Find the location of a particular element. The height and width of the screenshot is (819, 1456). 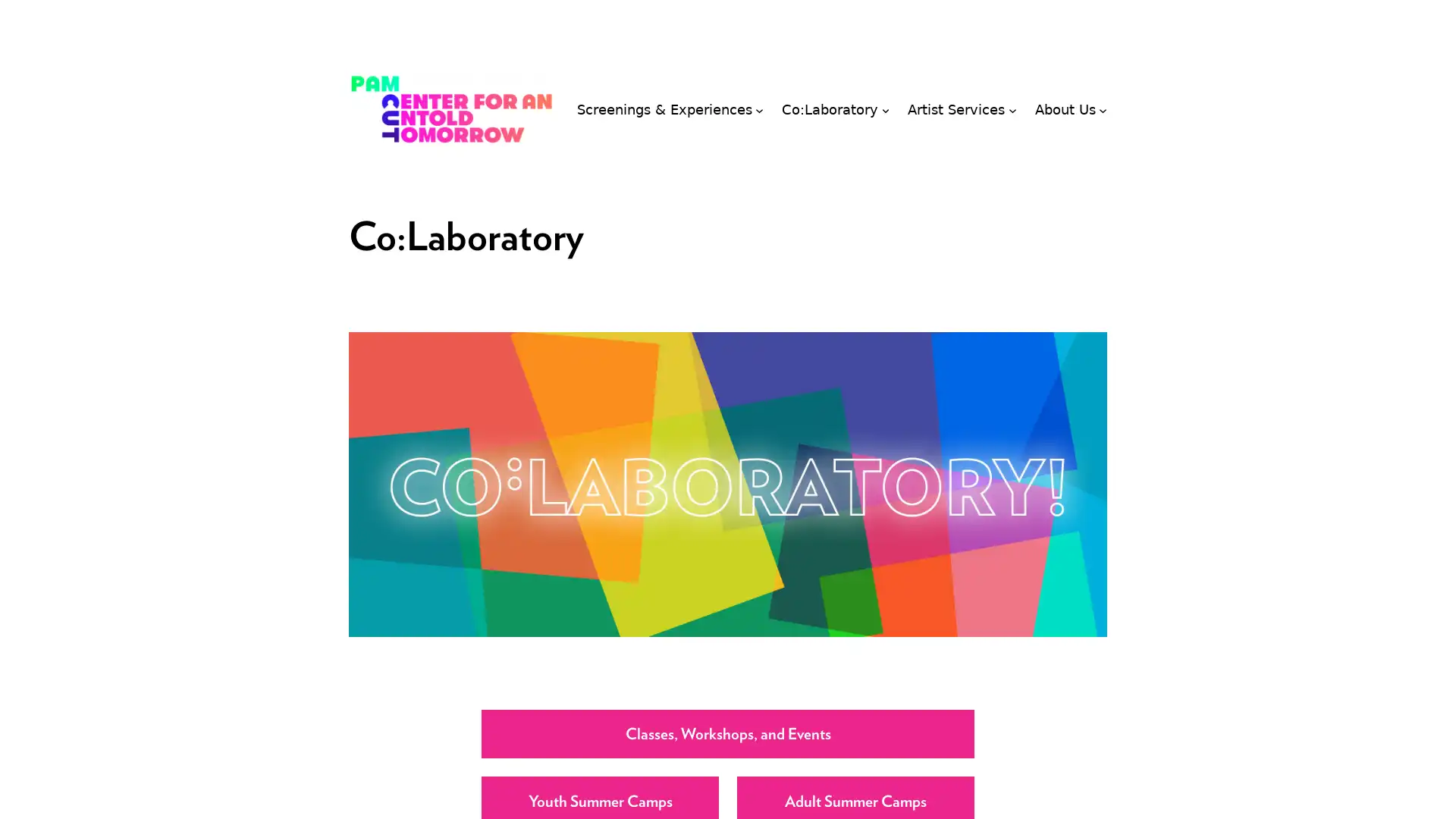

Screenings & Experiences submenu is located at coordinates (759, 108).